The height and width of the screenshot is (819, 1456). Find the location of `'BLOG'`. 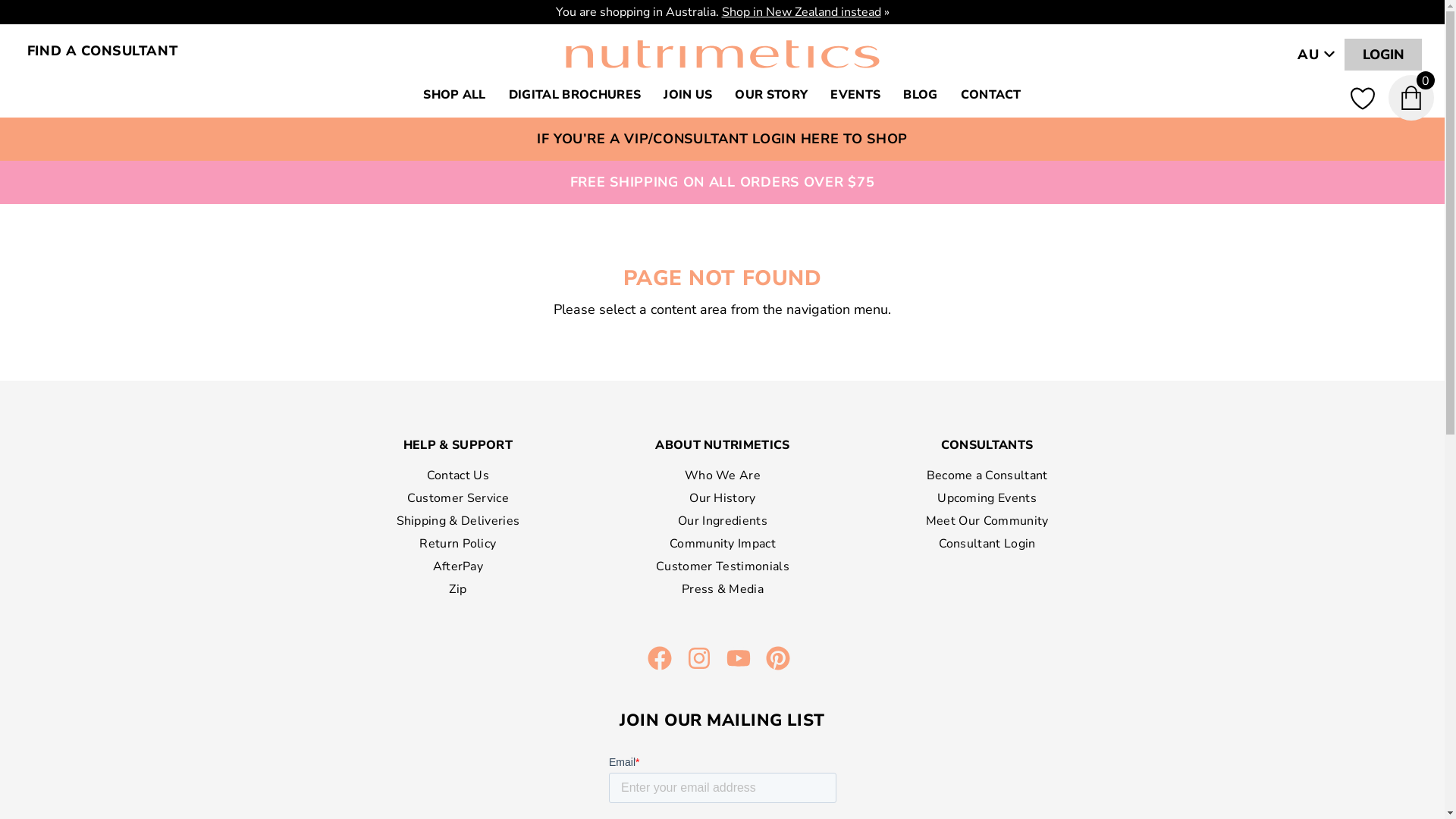

'BLOG' is located at coordinates (919, 94).